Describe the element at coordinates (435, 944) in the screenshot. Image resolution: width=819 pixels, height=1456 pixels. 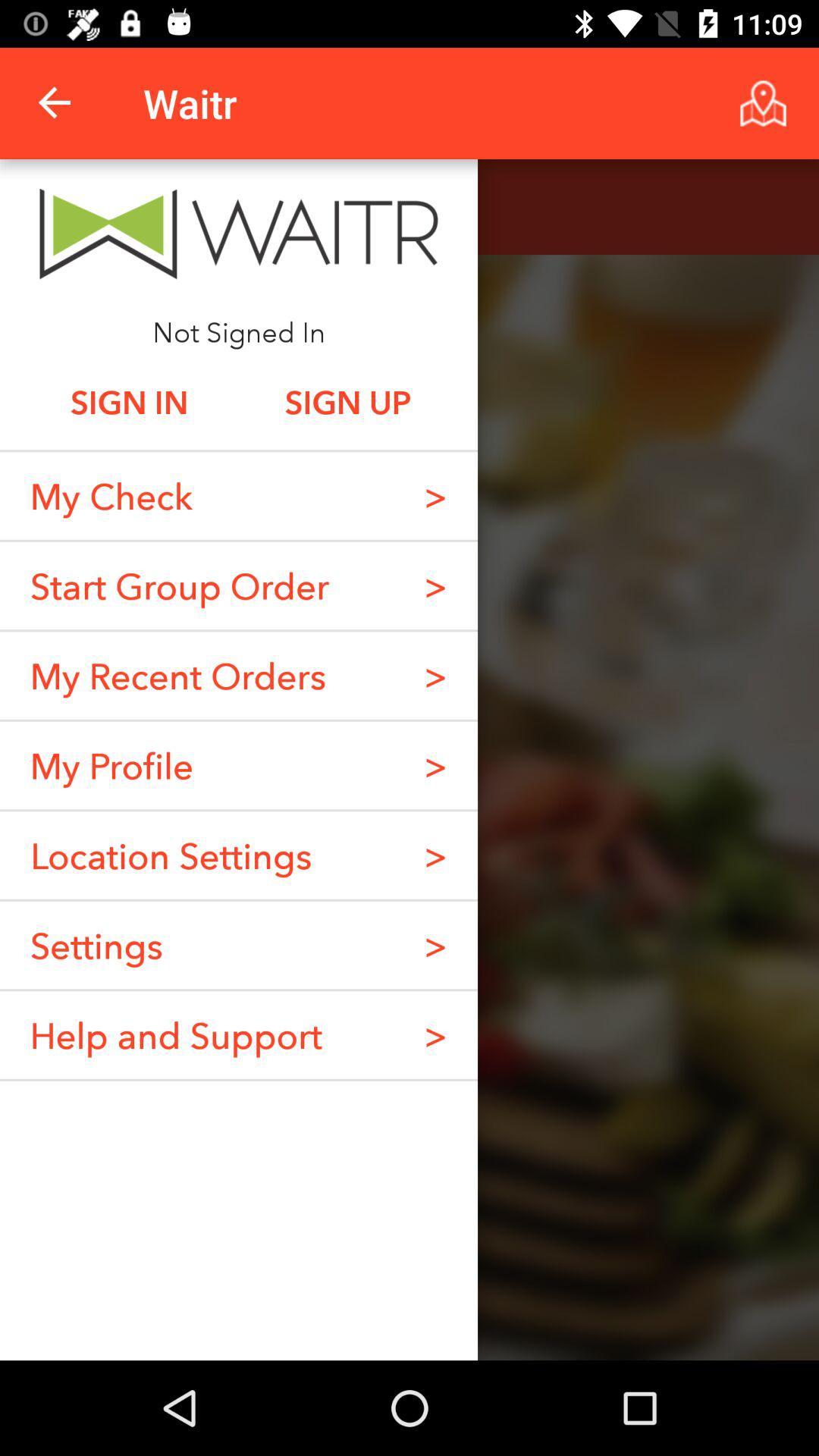
I see `> item` at that location.